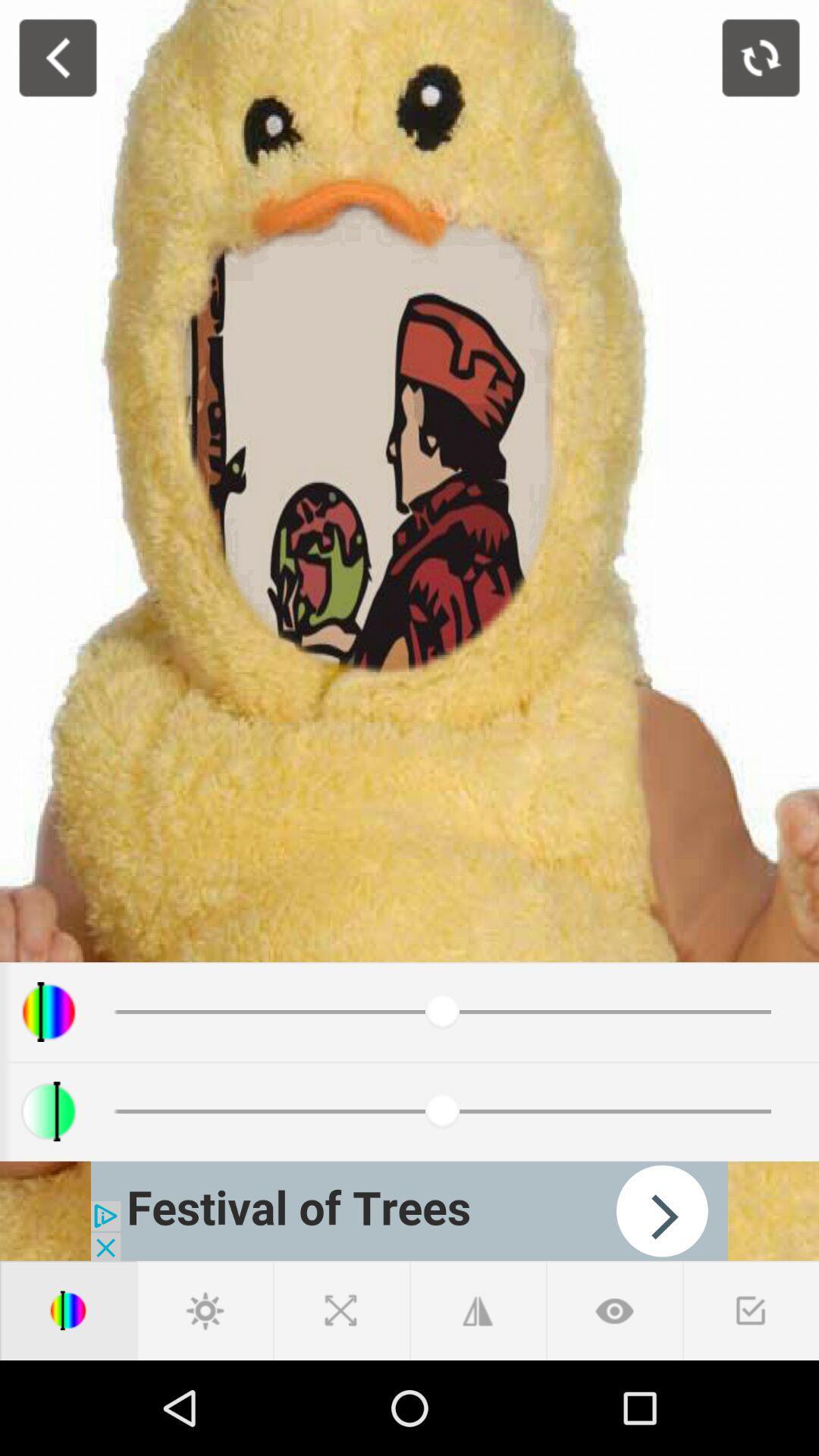 This screenshot has width=819, height=1456. I want to click on change angle, so click(476, 1310).